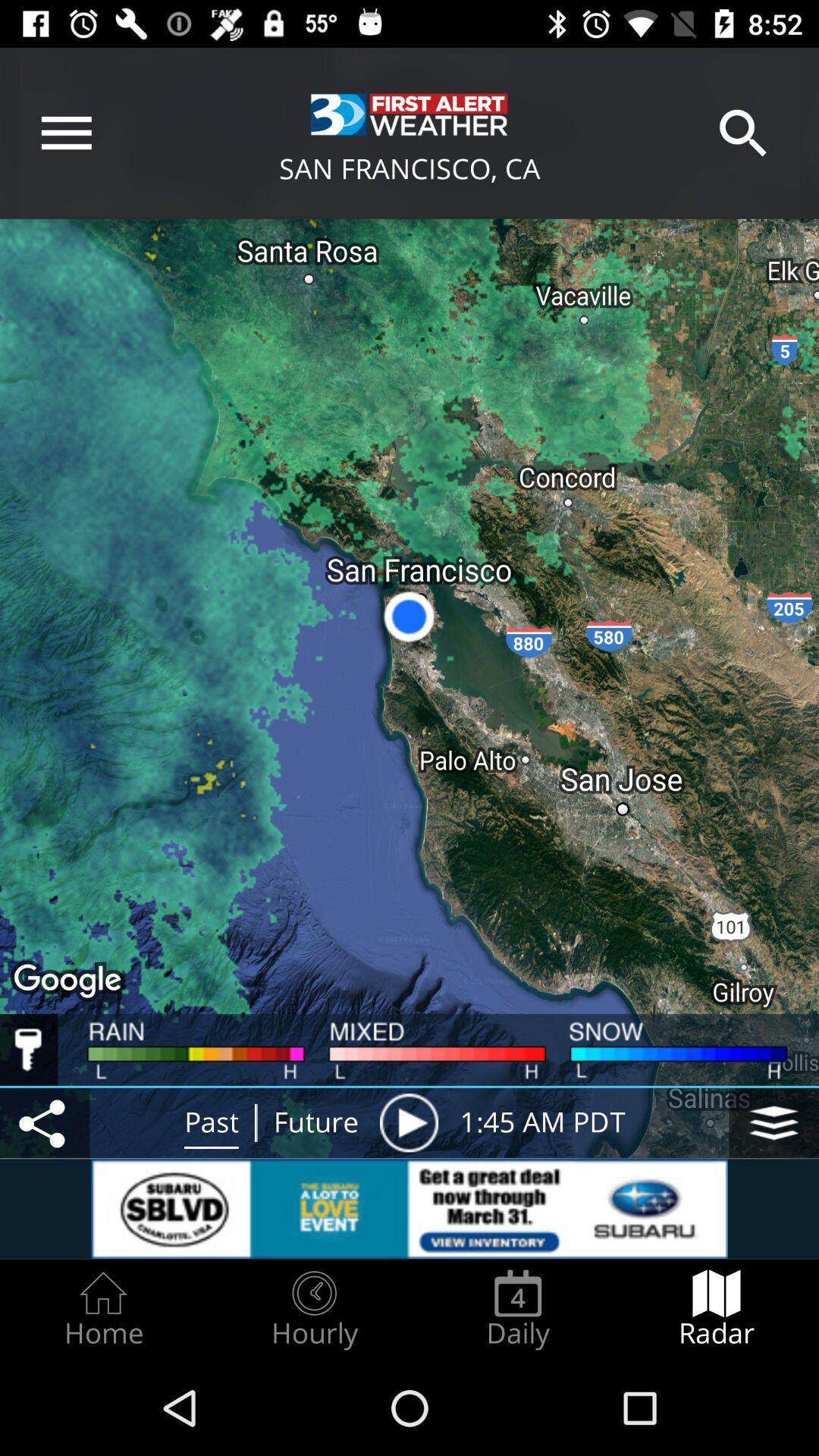  I want to click on menu icon, so click(66, 133).